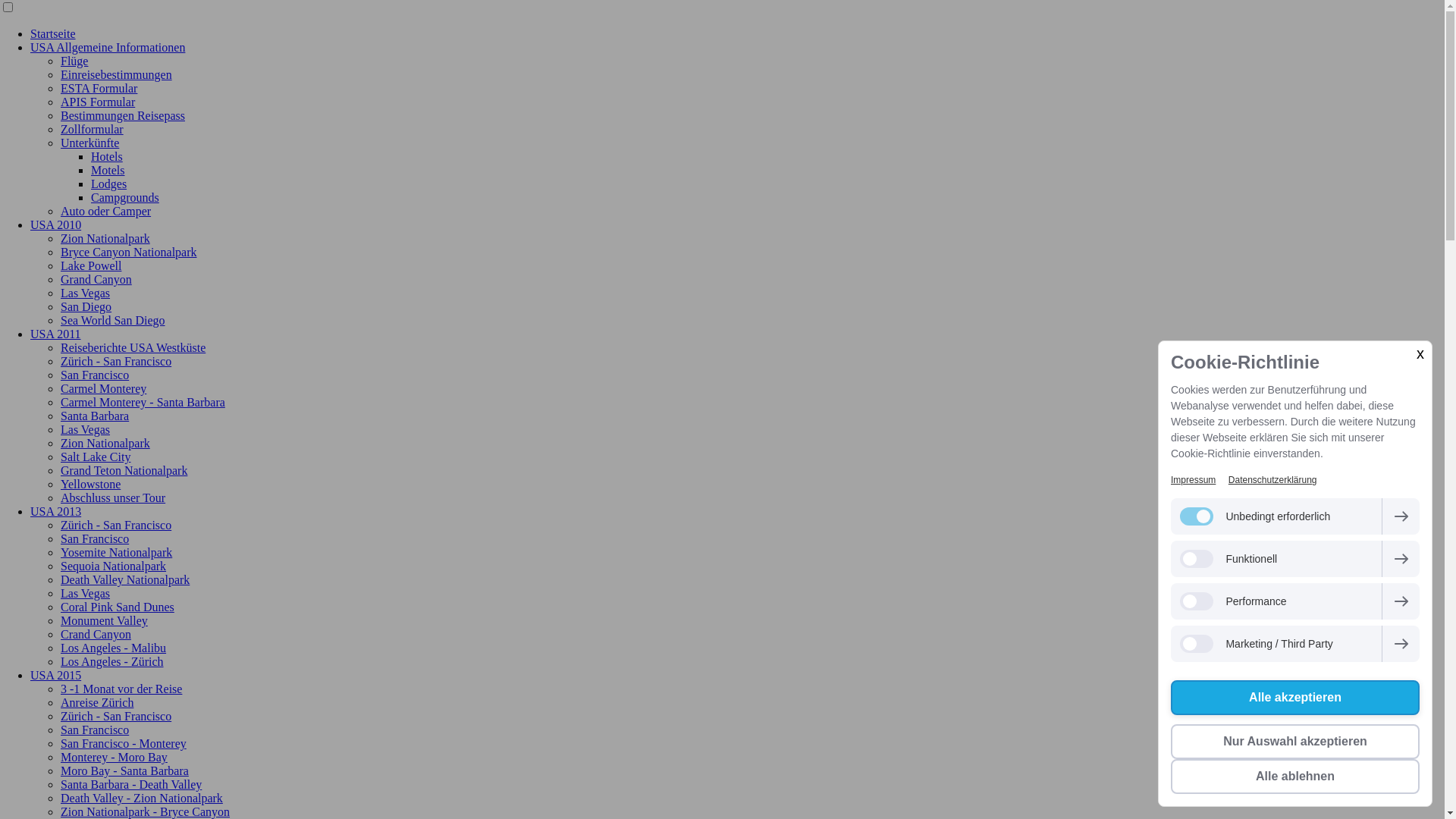  I want to click on 'Campgrounds', so click(124, 196).